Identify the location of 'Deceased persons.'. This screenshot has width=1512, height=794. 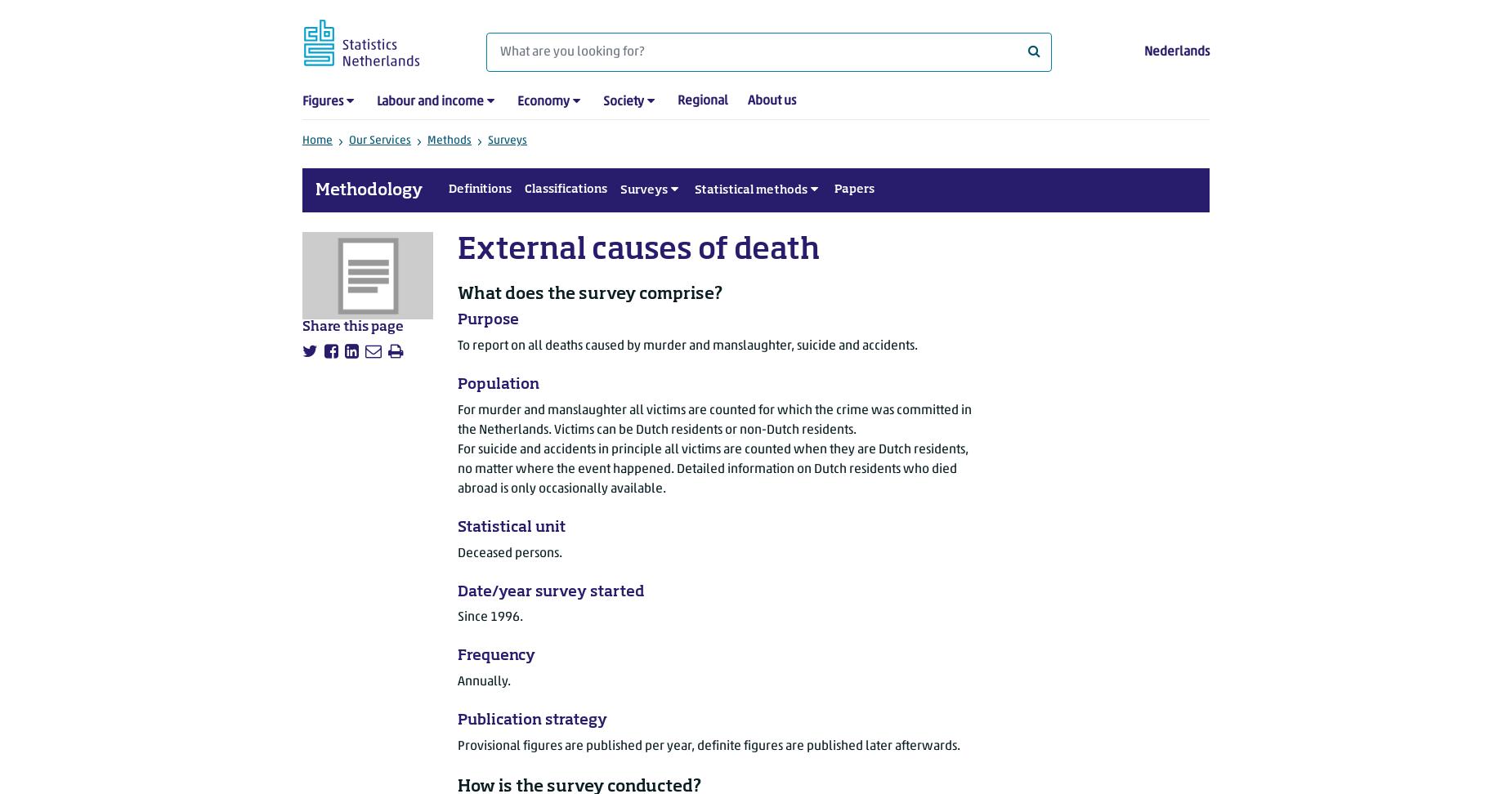
(510, 551).